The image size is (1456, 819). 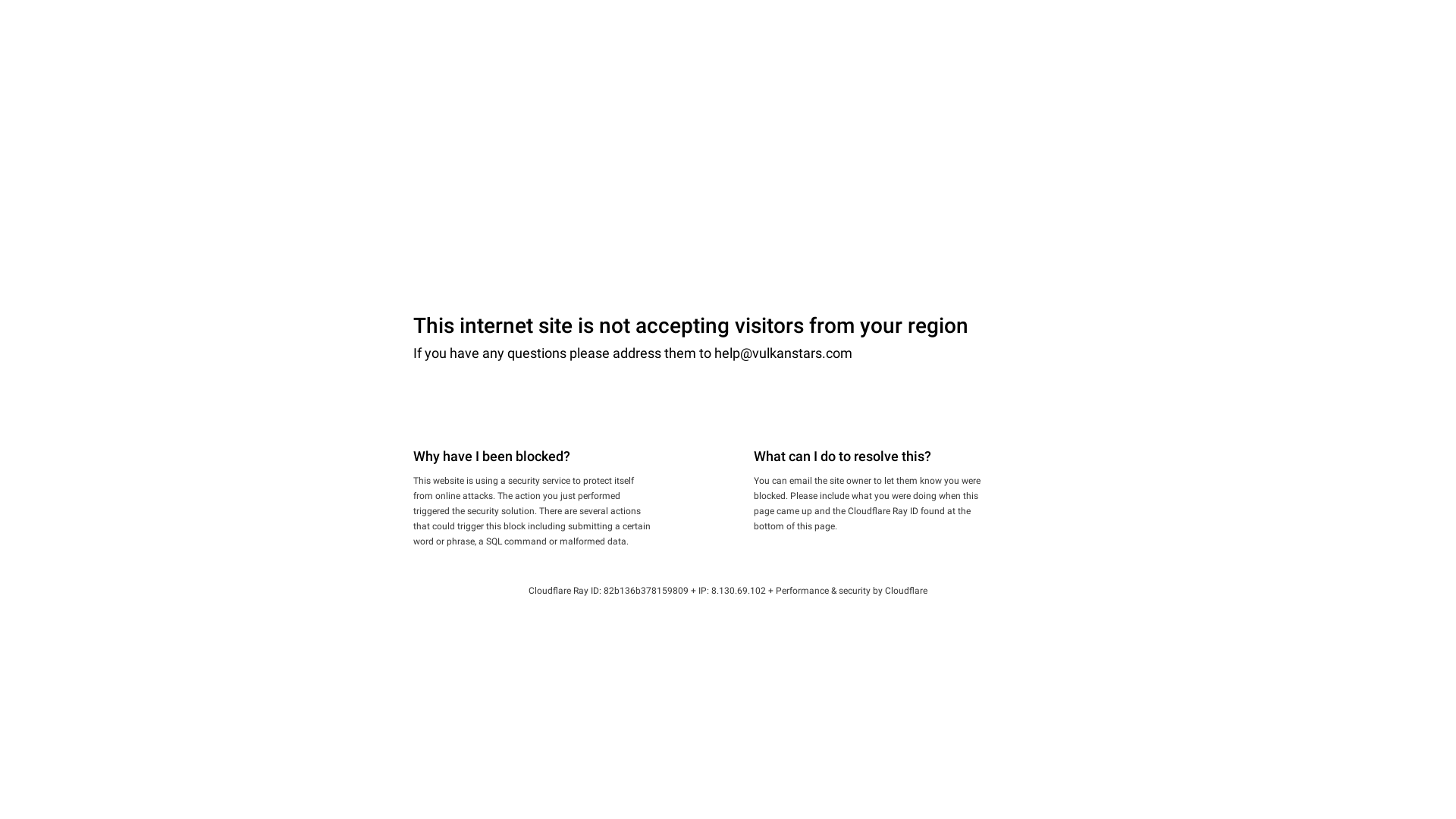 I want to click on 'Cloudflare', so click(x=906, y=590).